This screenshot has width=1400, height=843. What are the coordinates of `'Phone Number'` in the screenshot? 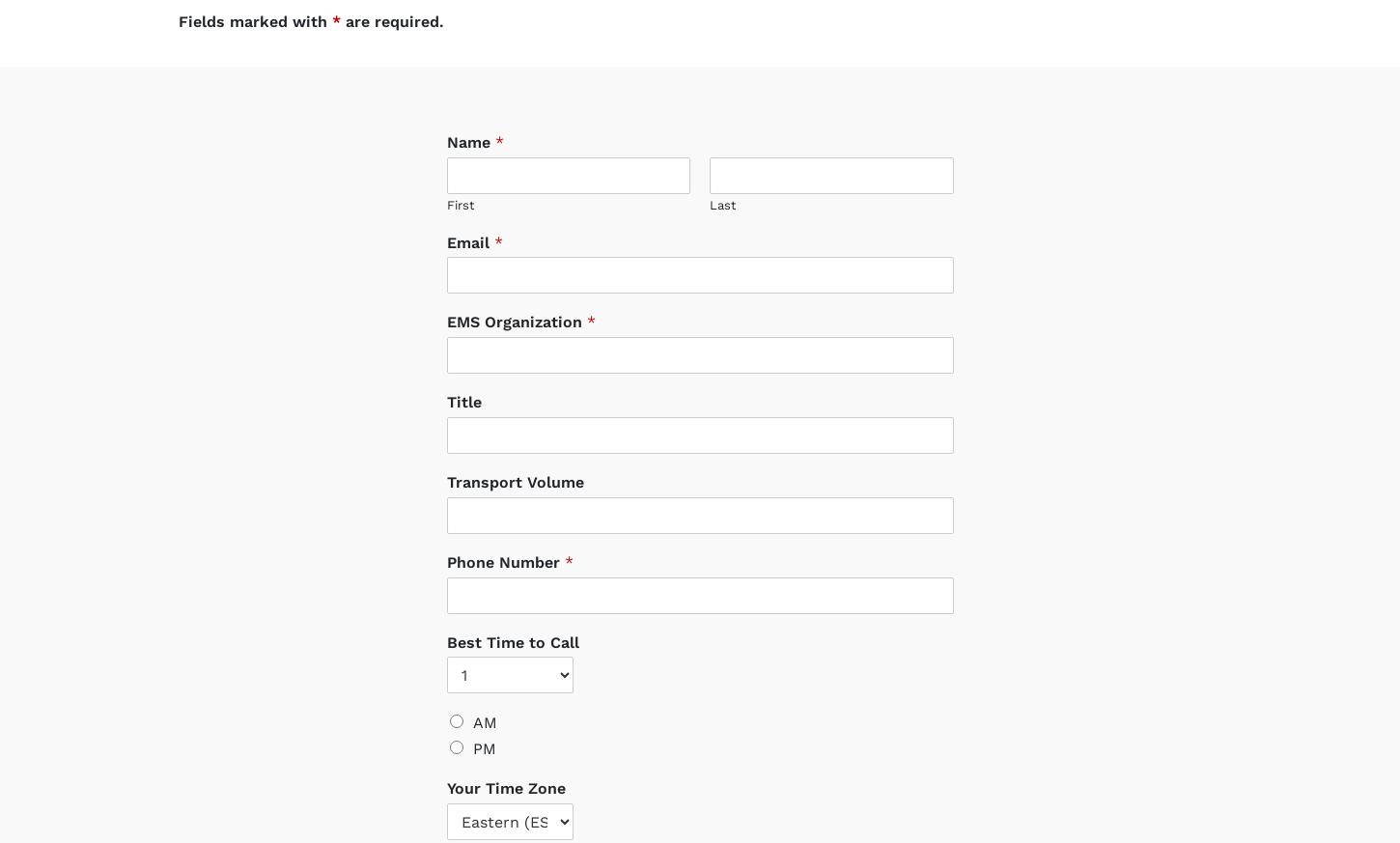 It's located at (444, 542).